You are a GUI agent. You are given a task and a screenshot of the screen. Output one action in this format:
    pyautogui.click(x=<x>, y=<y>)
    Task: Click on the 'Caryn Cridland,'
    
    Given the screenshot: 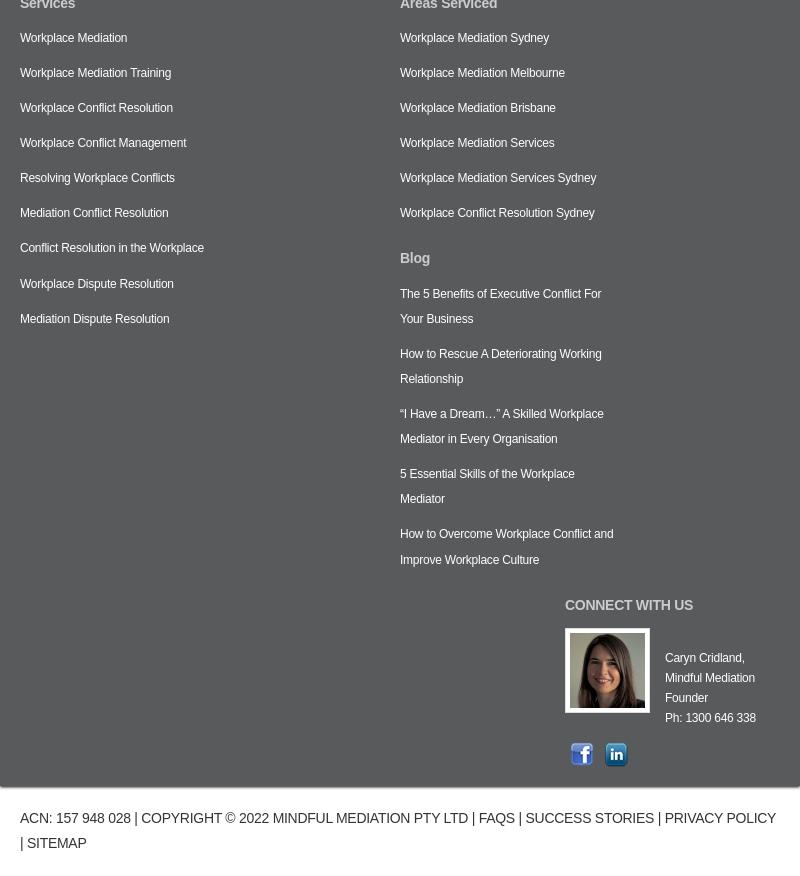 What is the action you would take?
    pyautogui.click(x=703, y=657)
    